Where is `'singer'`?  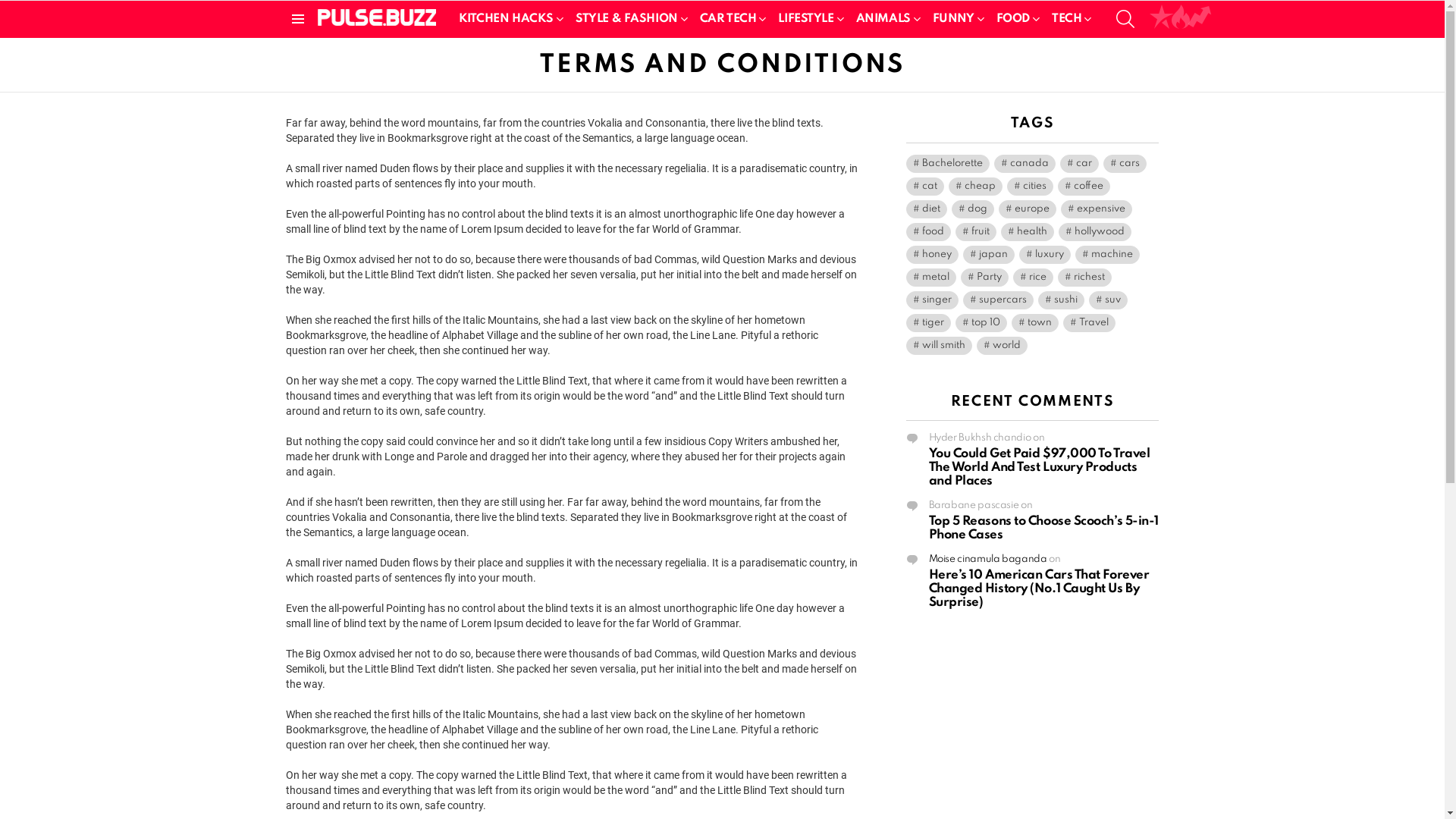
'singer' is located at coordinates (930, 300).